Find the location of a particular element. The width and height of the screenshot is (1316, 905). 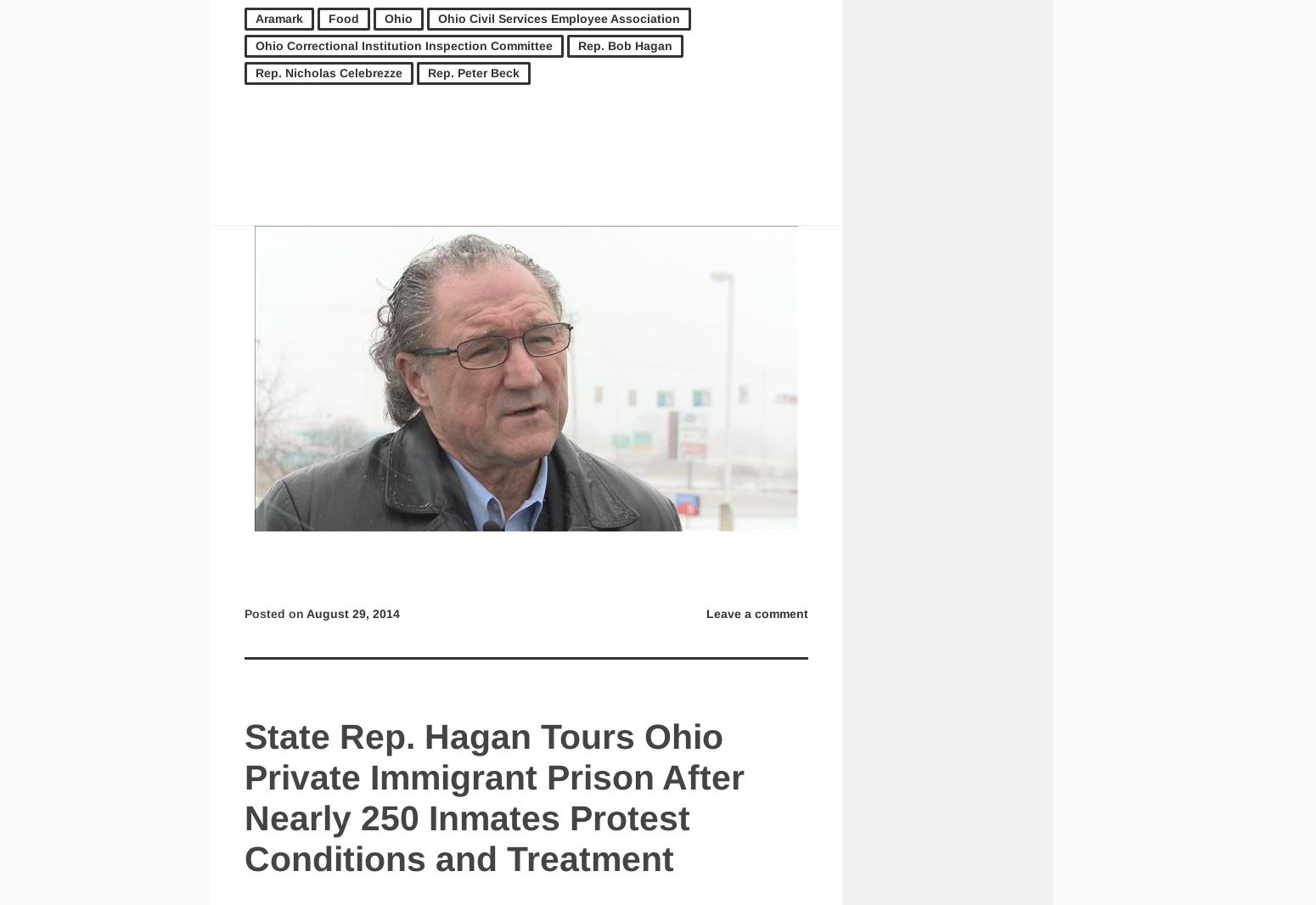

'Ohio' is located at coordinates (397, 17).